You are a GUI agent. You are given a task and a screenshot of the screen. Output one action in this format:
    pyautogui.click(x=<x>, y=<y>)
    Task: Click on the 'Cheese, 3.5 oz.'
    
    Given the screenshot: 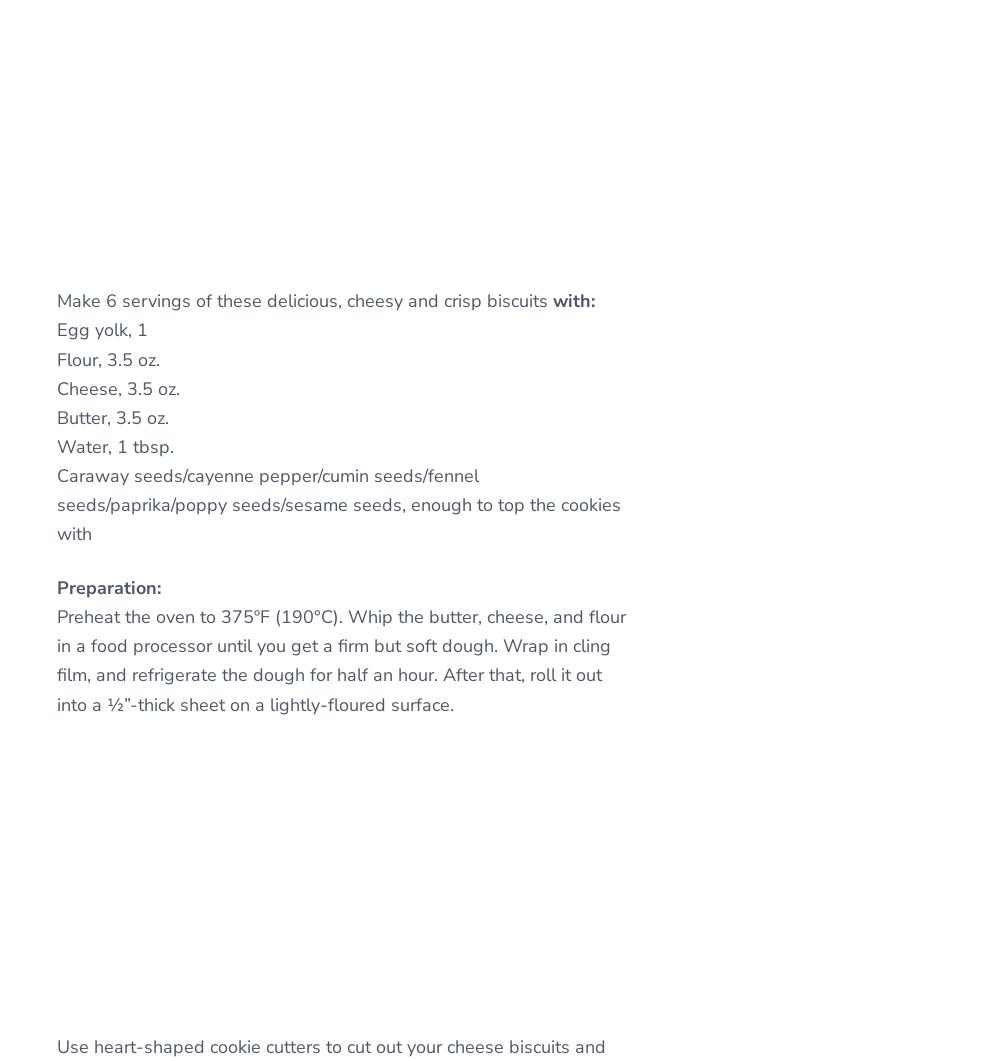 What is the action you would take?
    pyautogui.click(x=117, y=388)
    